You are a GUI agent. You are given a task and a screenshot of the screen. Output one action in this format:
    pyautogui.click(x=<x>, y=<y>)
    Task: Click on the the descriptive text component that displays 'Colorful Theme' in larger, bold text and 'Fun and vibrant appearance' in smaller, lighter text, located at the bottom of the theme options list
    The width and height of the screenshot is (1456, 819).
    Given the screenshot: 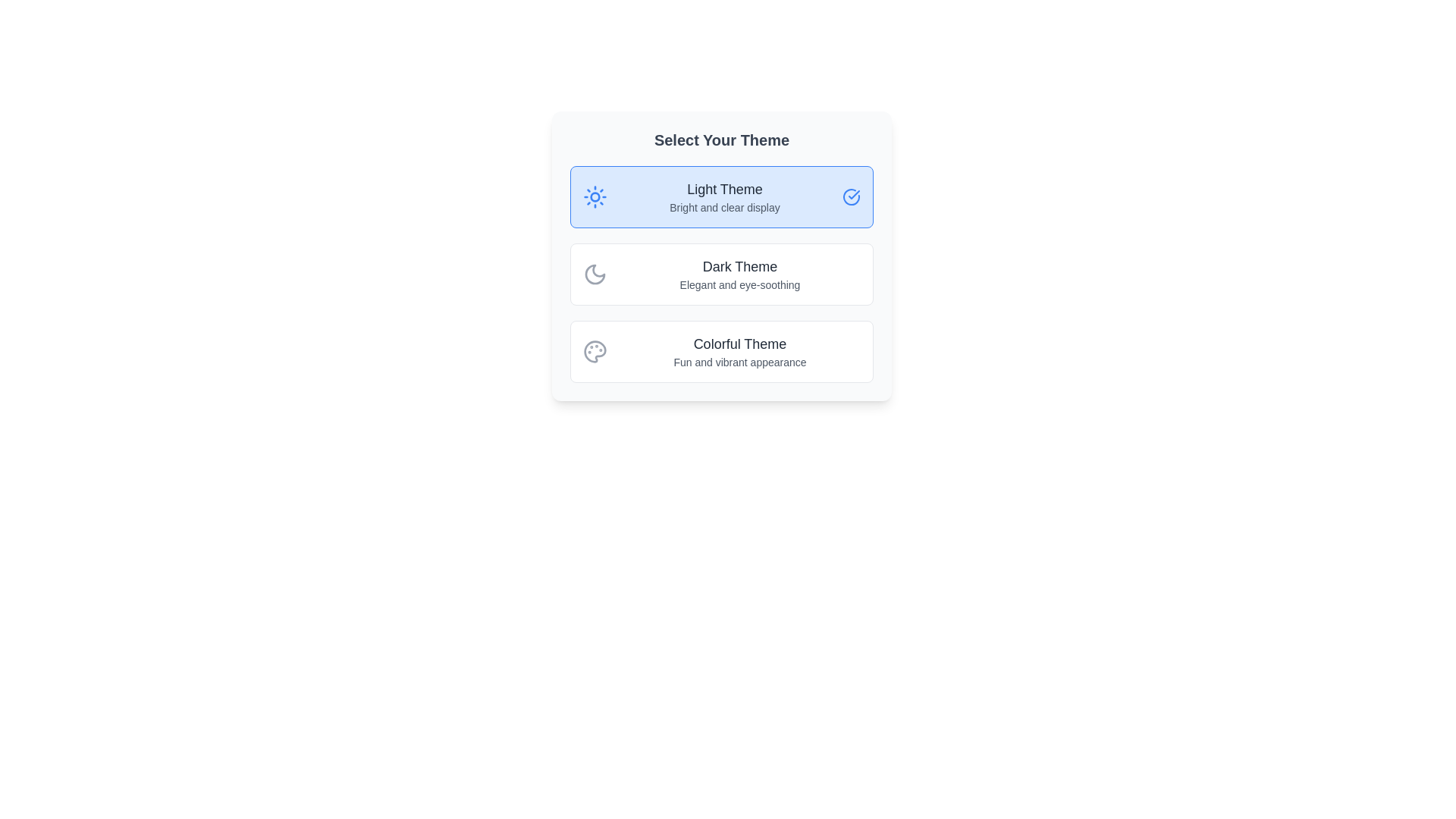 What is the action you would take?
    pyautogui.click(x=739, y=351)
    